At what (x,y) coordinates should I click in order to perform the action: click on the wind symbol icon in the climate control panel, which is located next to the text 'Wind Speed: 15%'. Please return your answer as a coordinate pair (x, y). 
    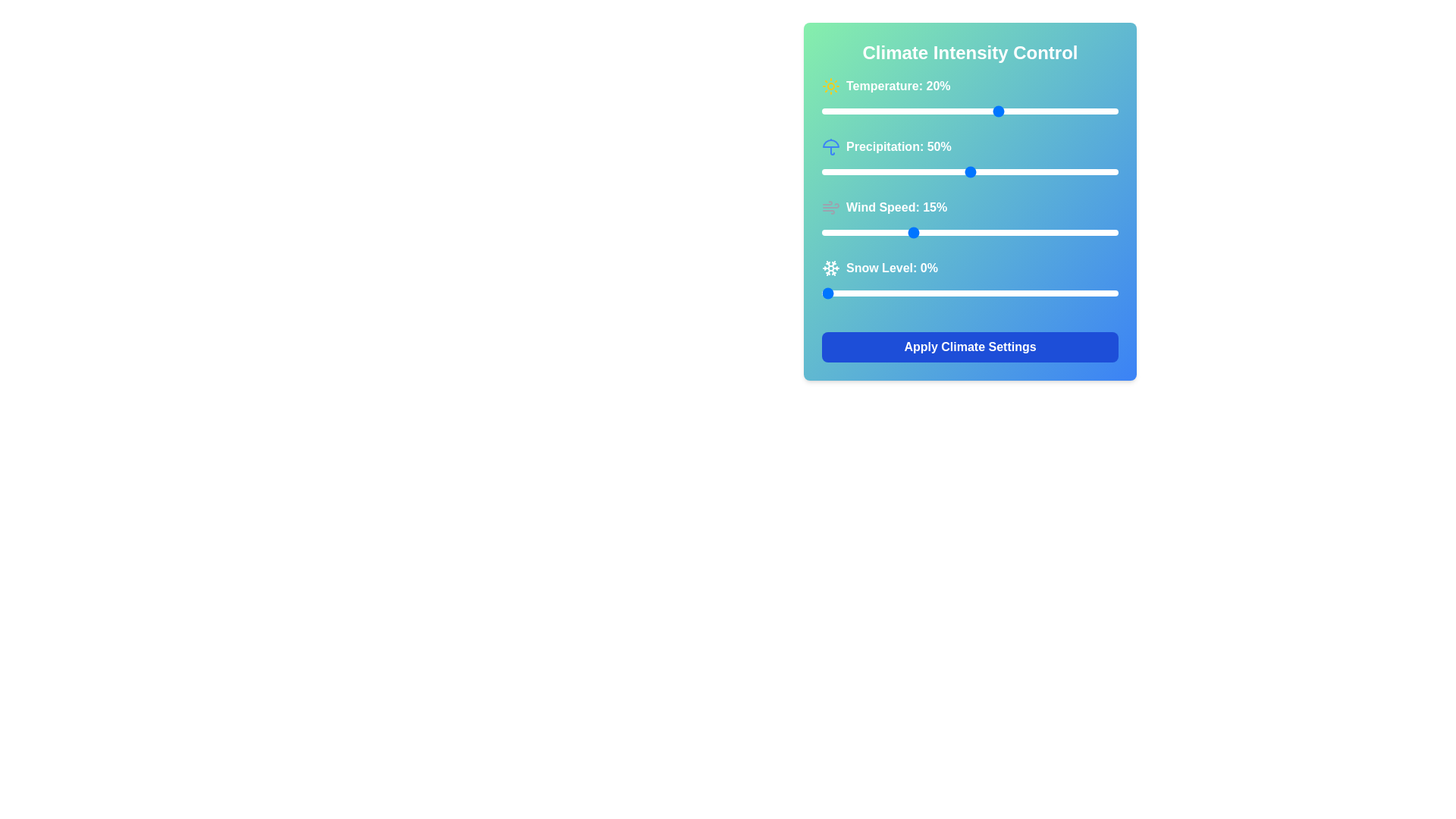
    Looking at the image, I should click on (830, 207).